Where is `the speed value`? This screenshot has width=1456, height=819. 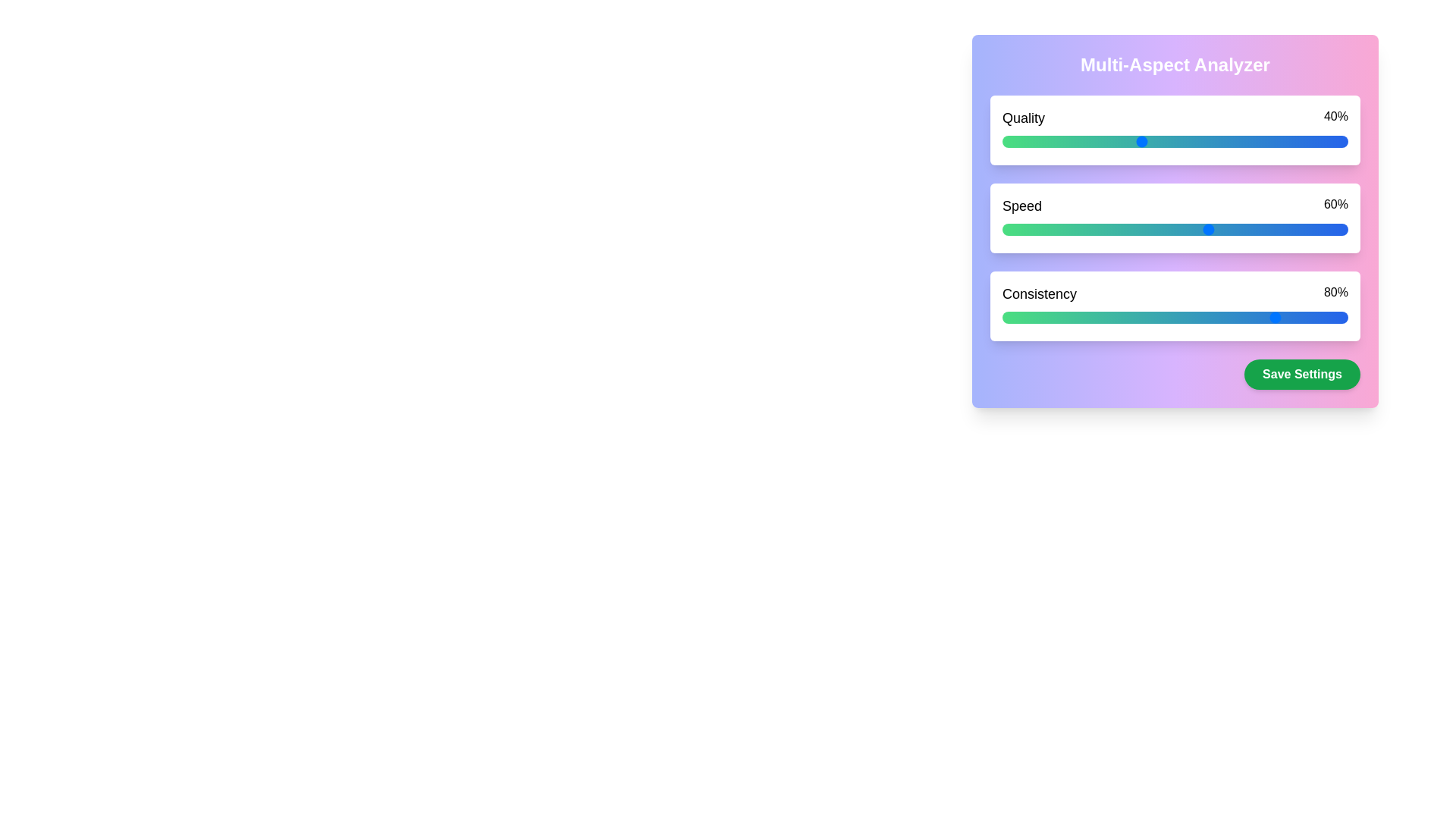 the speed value is located at coordinates (1164, 230).